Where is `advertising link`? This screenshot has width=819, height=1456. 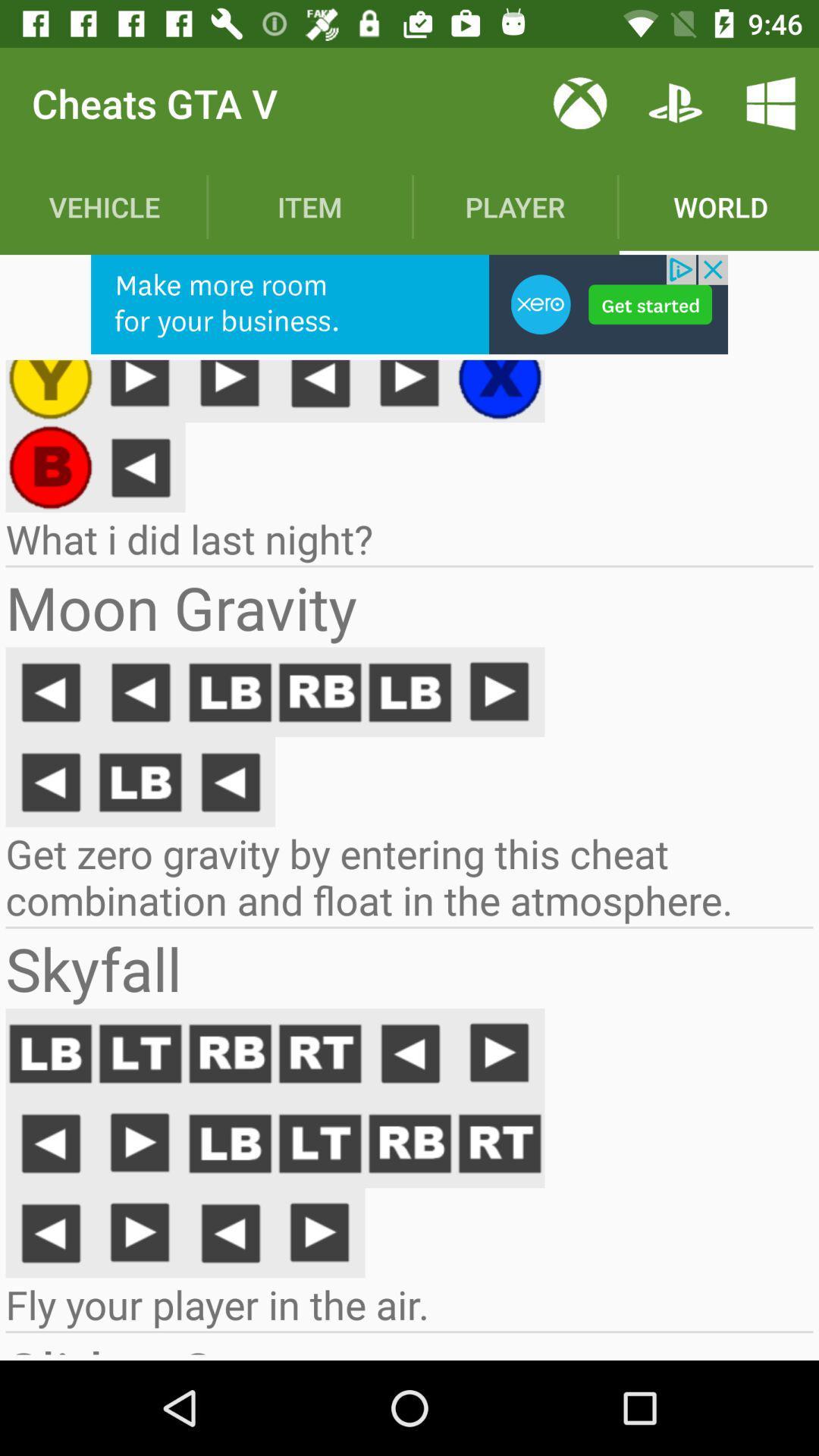 advertising link is located at coordinates (409, 303).